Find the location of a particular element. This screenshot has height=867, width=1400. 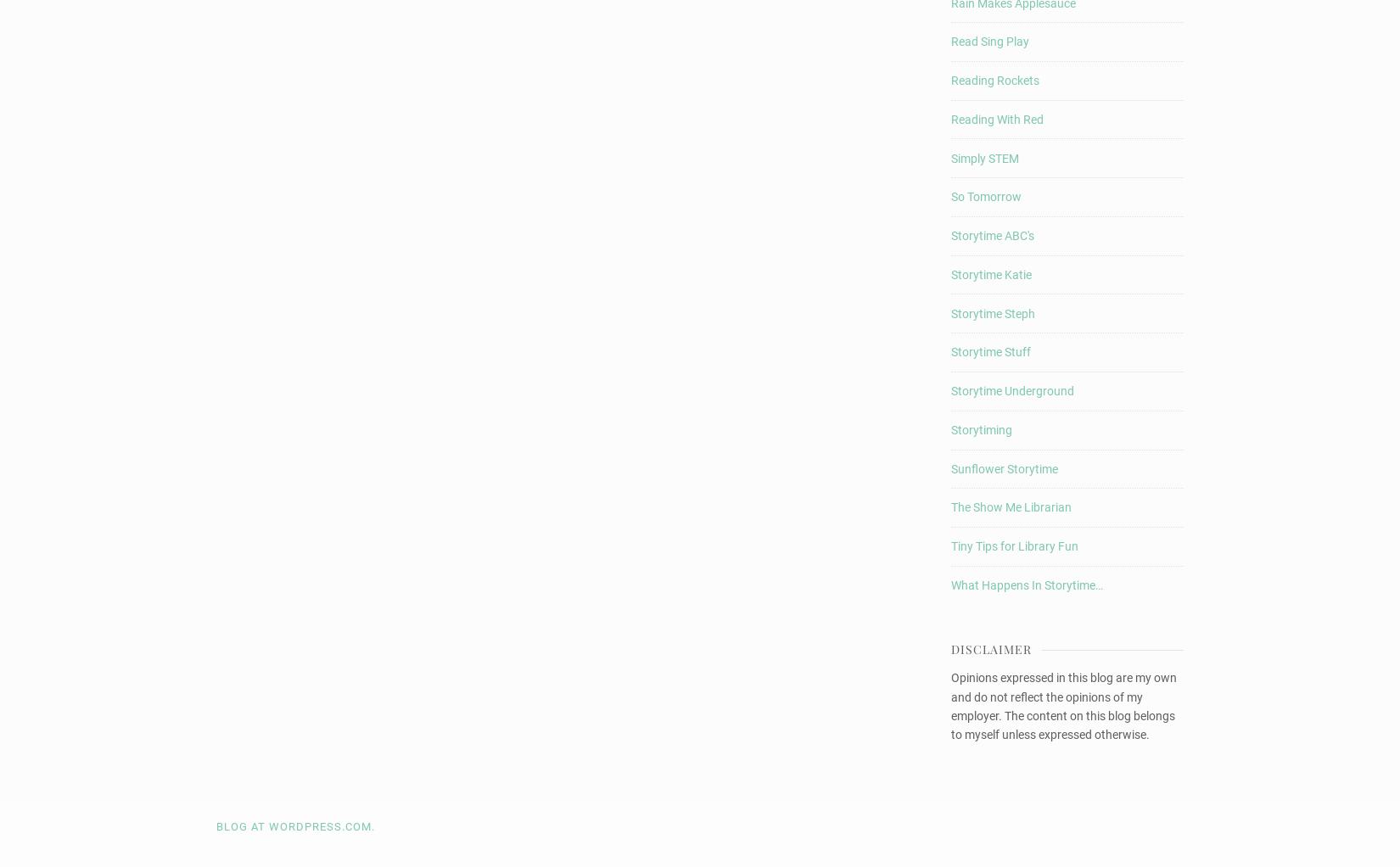

'Reading With Red' is located at coordinates (997, 119).